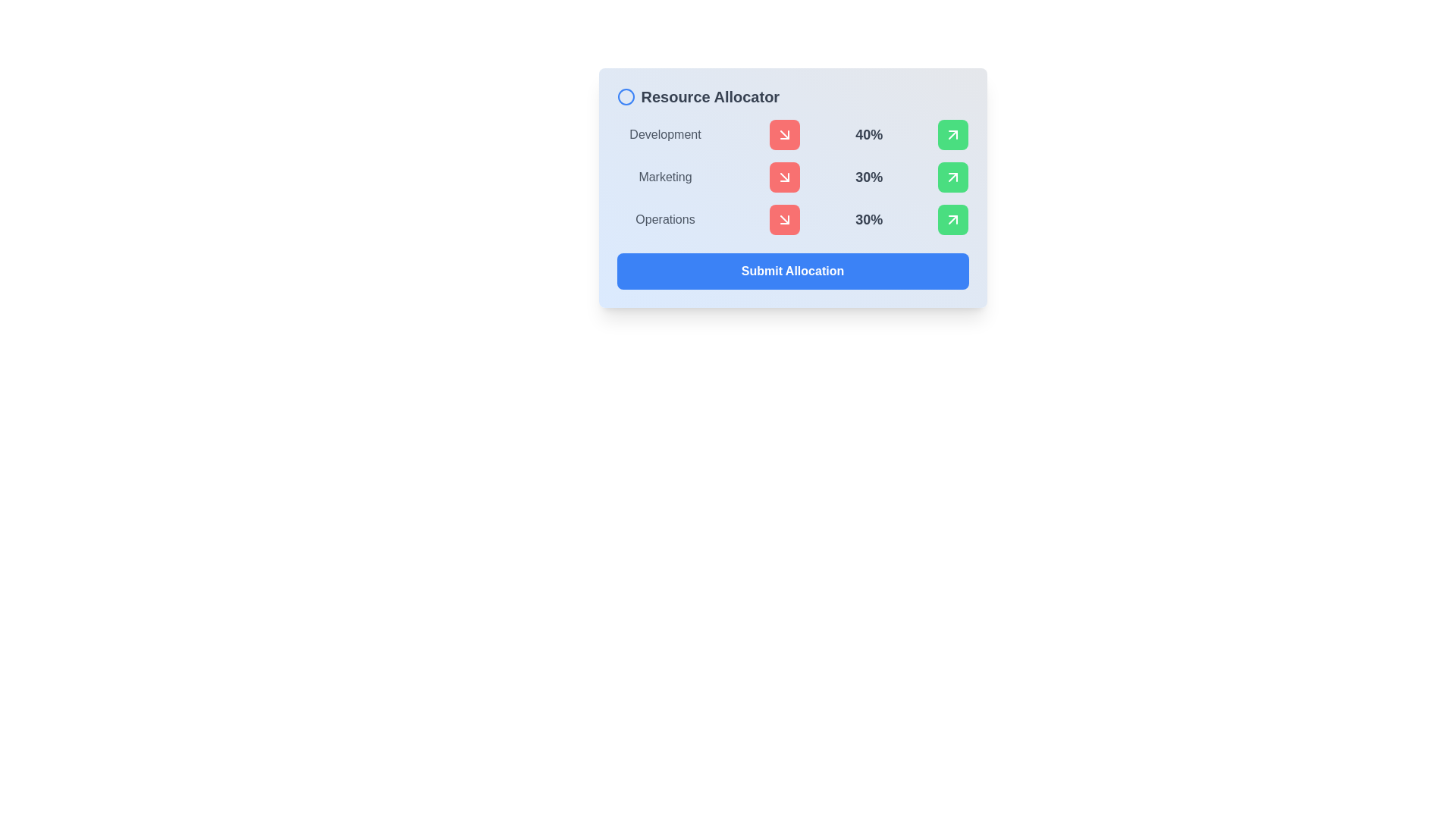 This screenshot has width=1456, height=819. What do you see at coordinates (952, 133) in the screenshot?
I see `the small rounded rectangular button with a green background and a white arrow pointing diagonally upwards to the right, located at the far right in the 'Development' row` at bounding box center [952, 133].